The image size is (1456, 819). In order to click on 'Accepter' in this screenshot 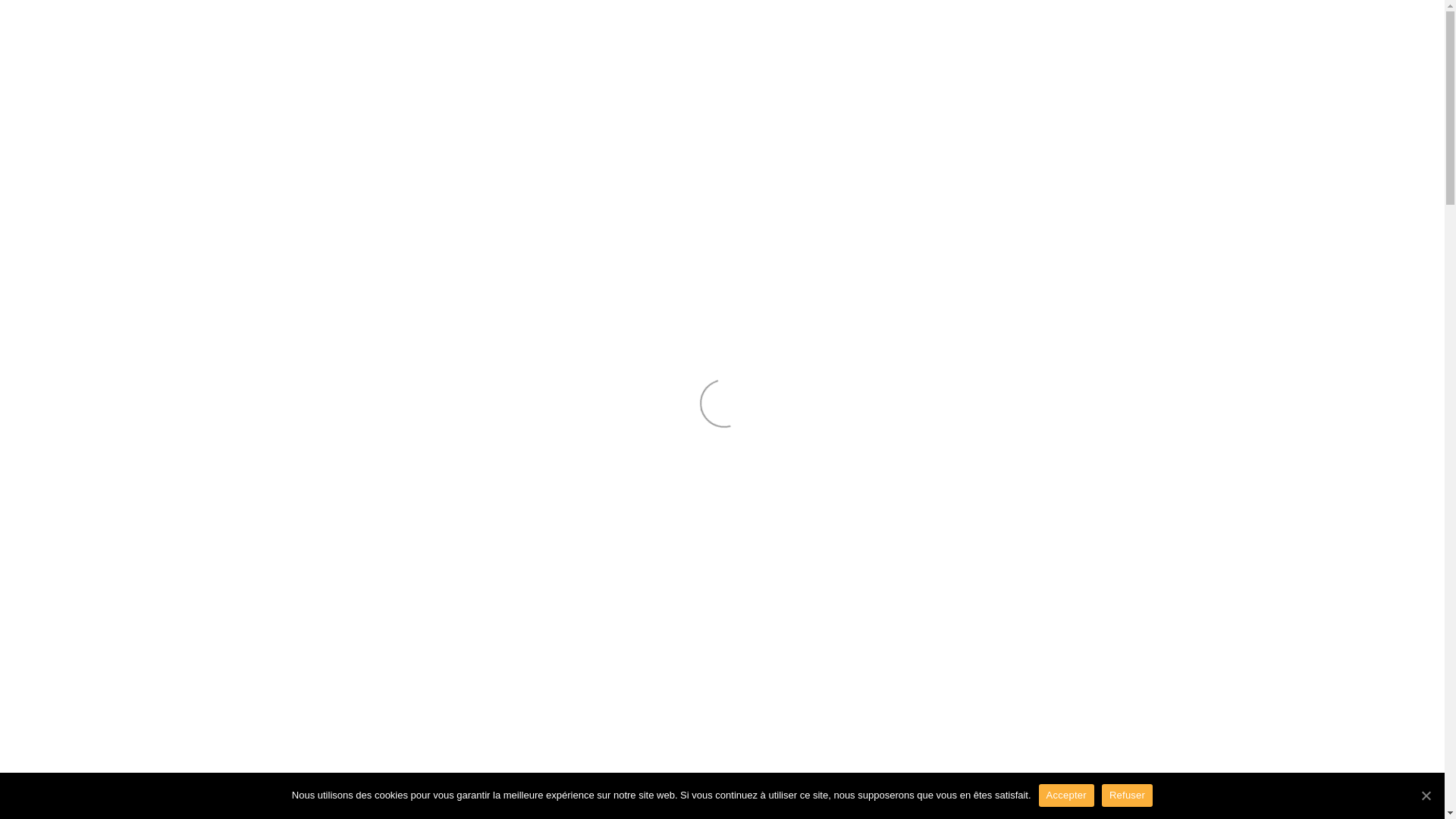, I will do `click(1065, 795)`.